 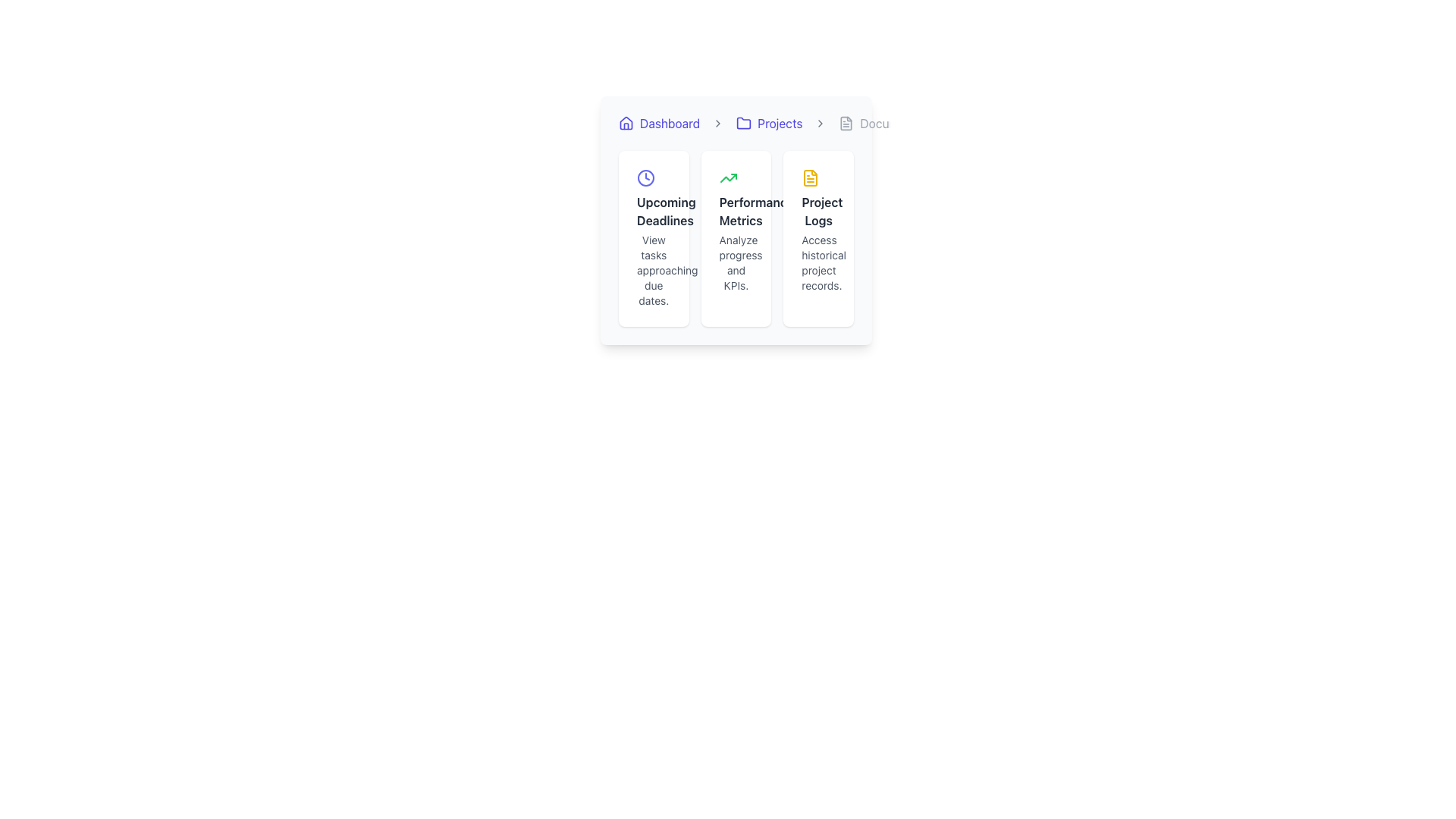 I want to click on headline text located centrally in the leftmost panel of the three-panel layout, which summarizes the panel's purpose regarding upcoming deadlines, so click(x=654, y=211).